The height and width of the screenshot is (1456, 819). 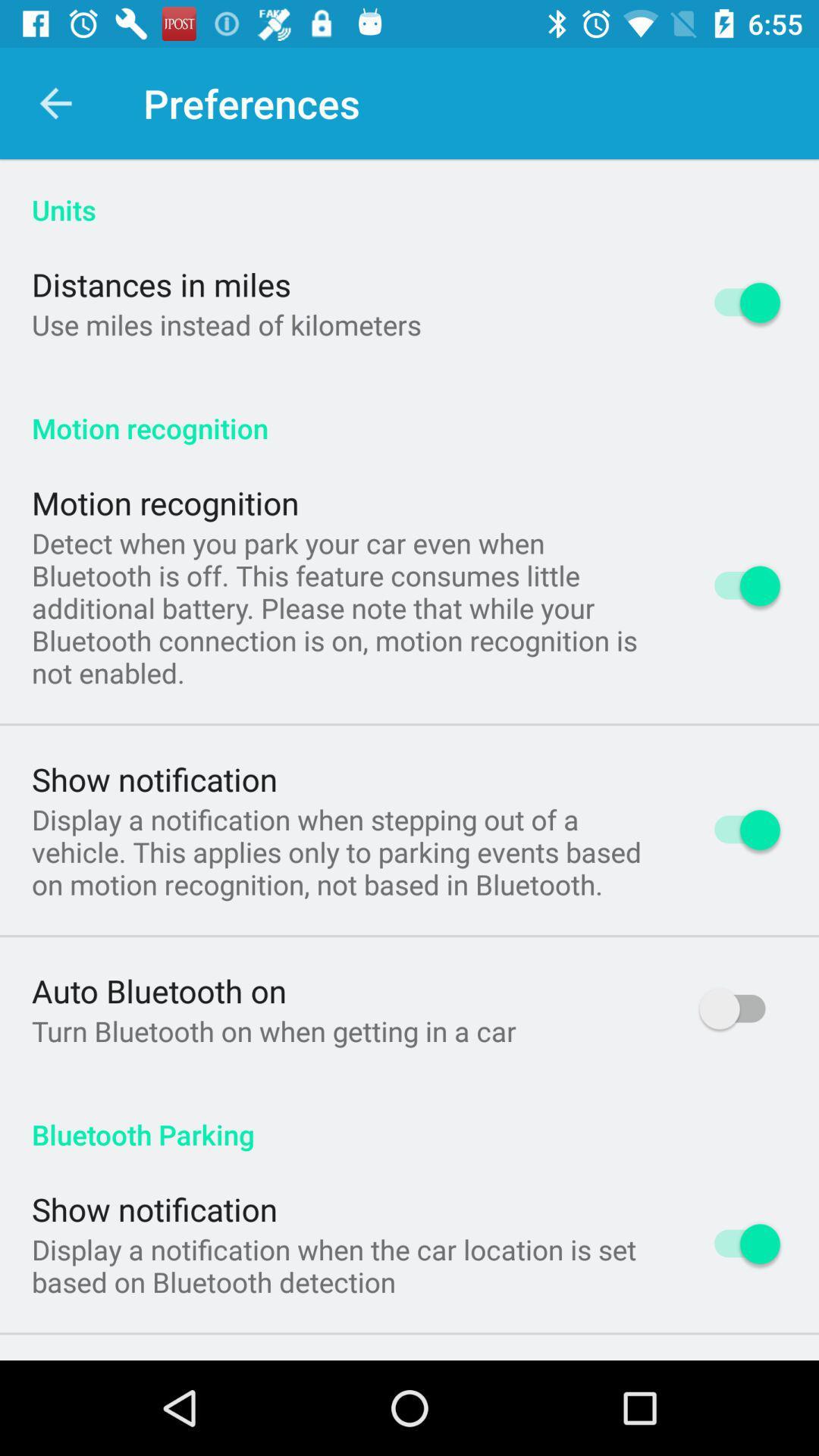 I want to click on app below motion recognition icon, so click(x=346, y=607).